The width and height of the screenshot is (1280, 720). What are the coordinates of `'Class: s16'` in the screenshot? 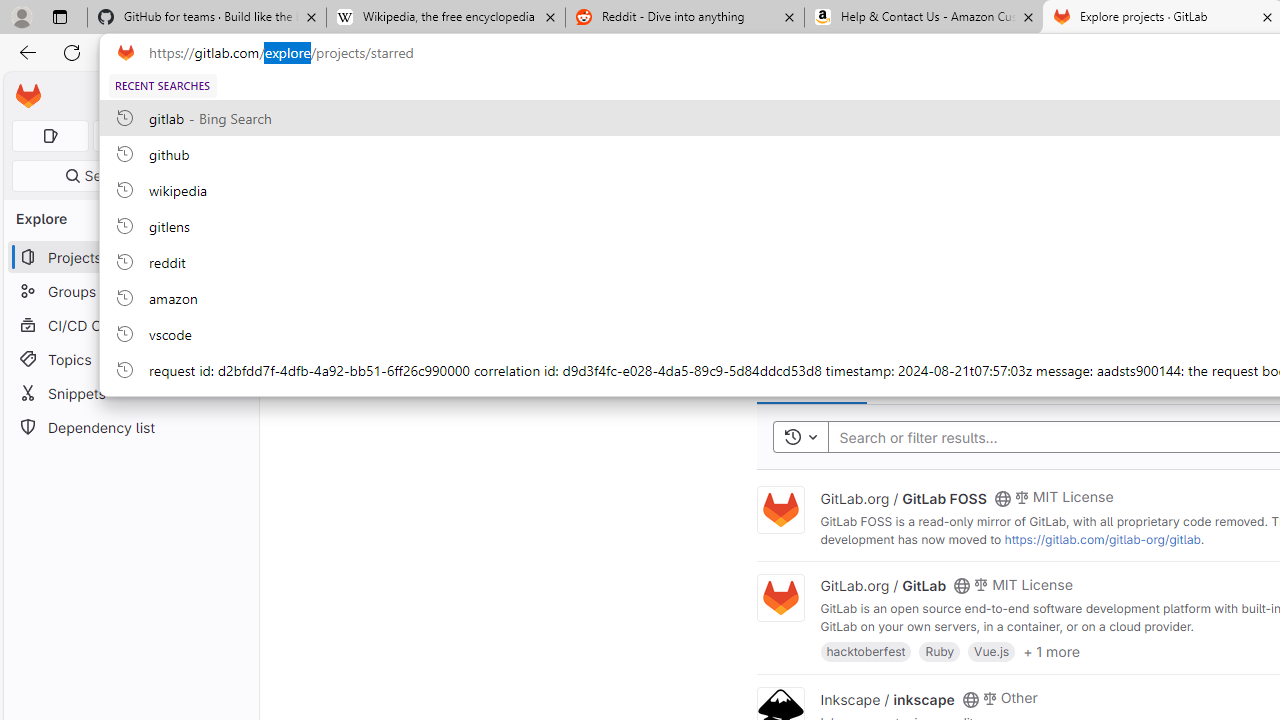 It's located at (970, 698).